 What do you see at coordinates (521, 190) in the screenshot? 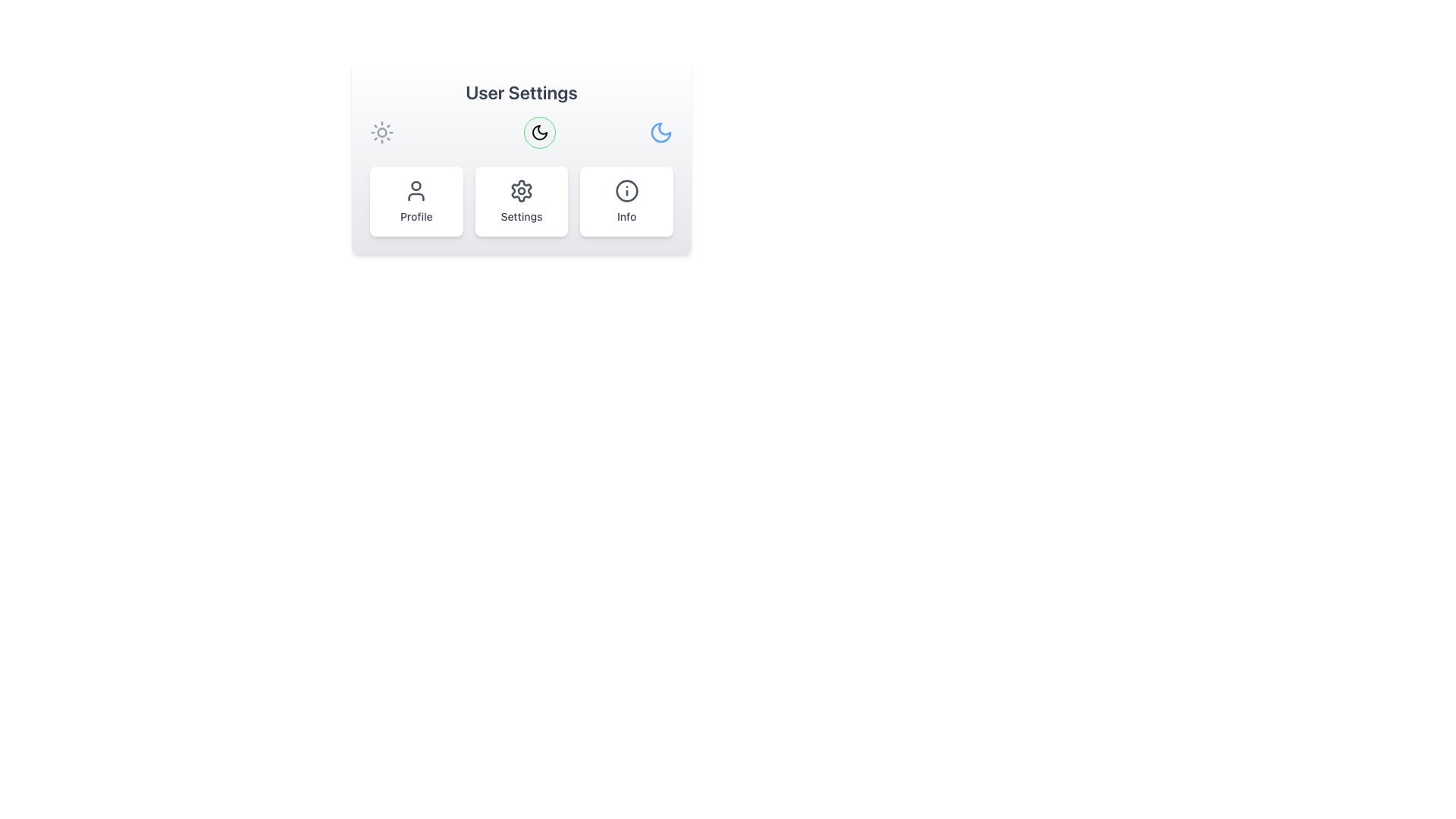
I see `the gear-shaped icon within the 'Settings' card that represents configurations` at bounding box center [521, 190].